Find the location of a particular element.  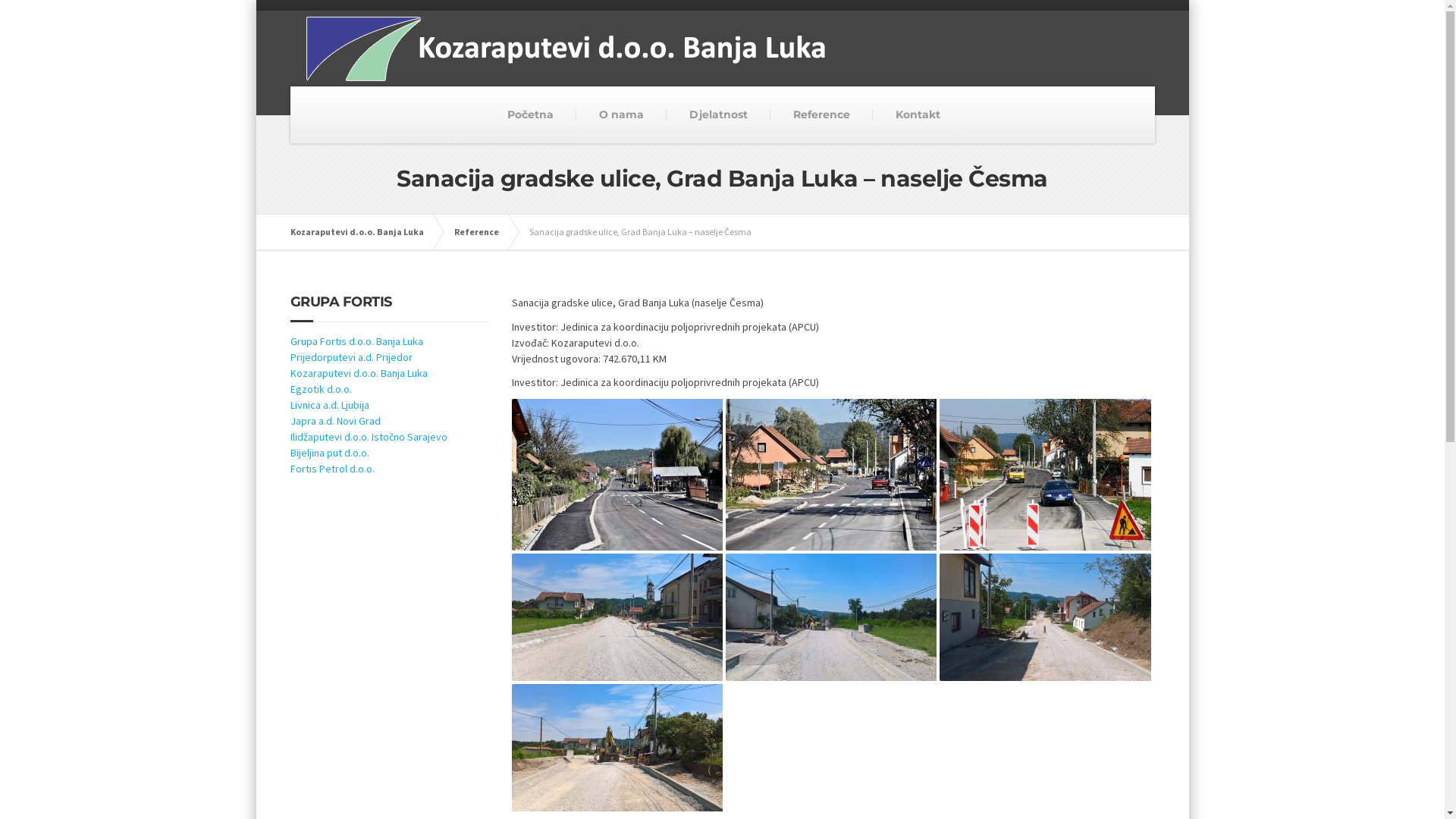

'Livnica a.d. Ljubija' is located at coordinates (328, 403).